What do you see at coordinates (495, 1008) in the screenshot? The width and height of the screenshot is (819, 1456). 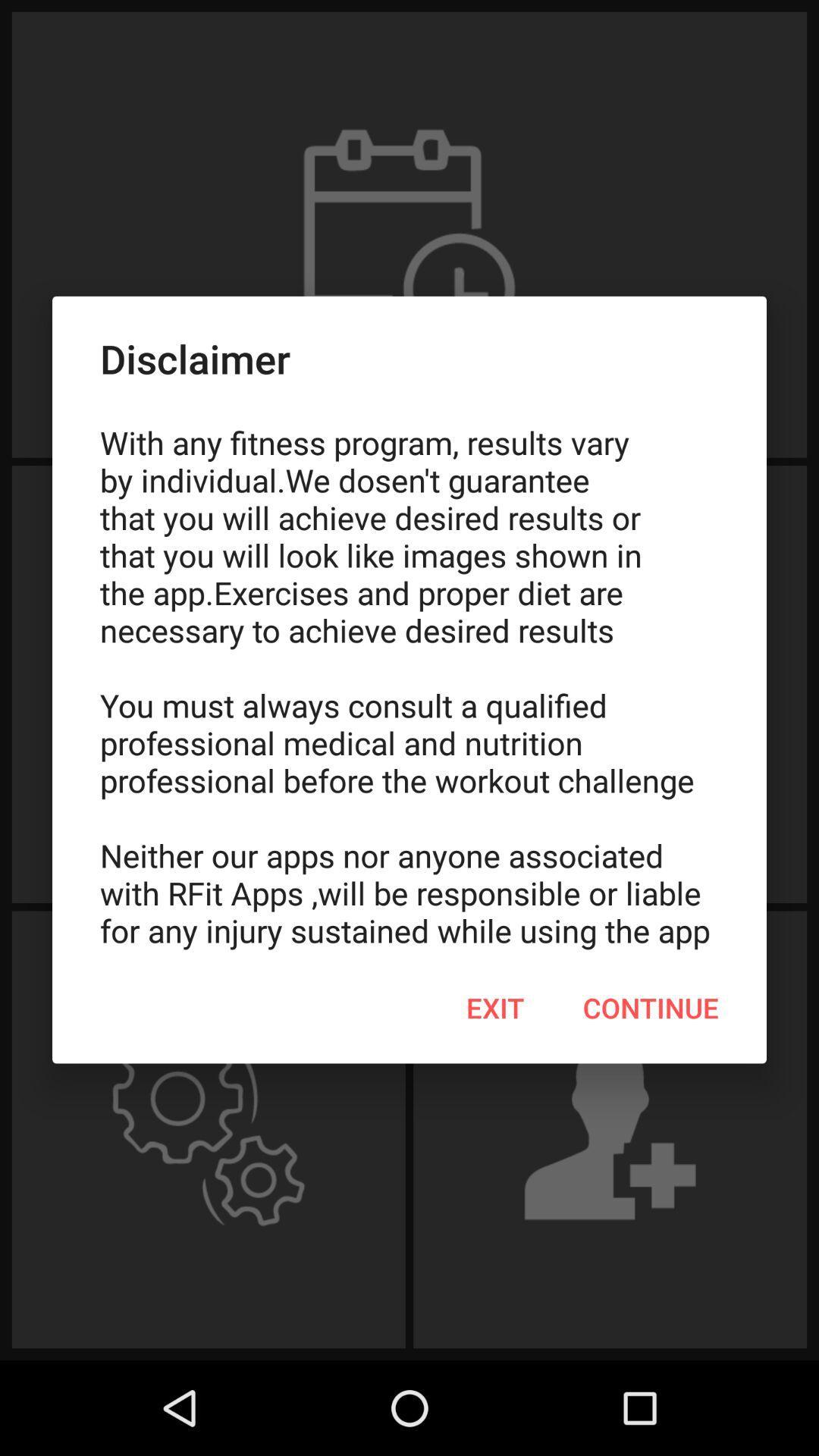 I see `item next to continue icon` at bounding box center [495, 1008].